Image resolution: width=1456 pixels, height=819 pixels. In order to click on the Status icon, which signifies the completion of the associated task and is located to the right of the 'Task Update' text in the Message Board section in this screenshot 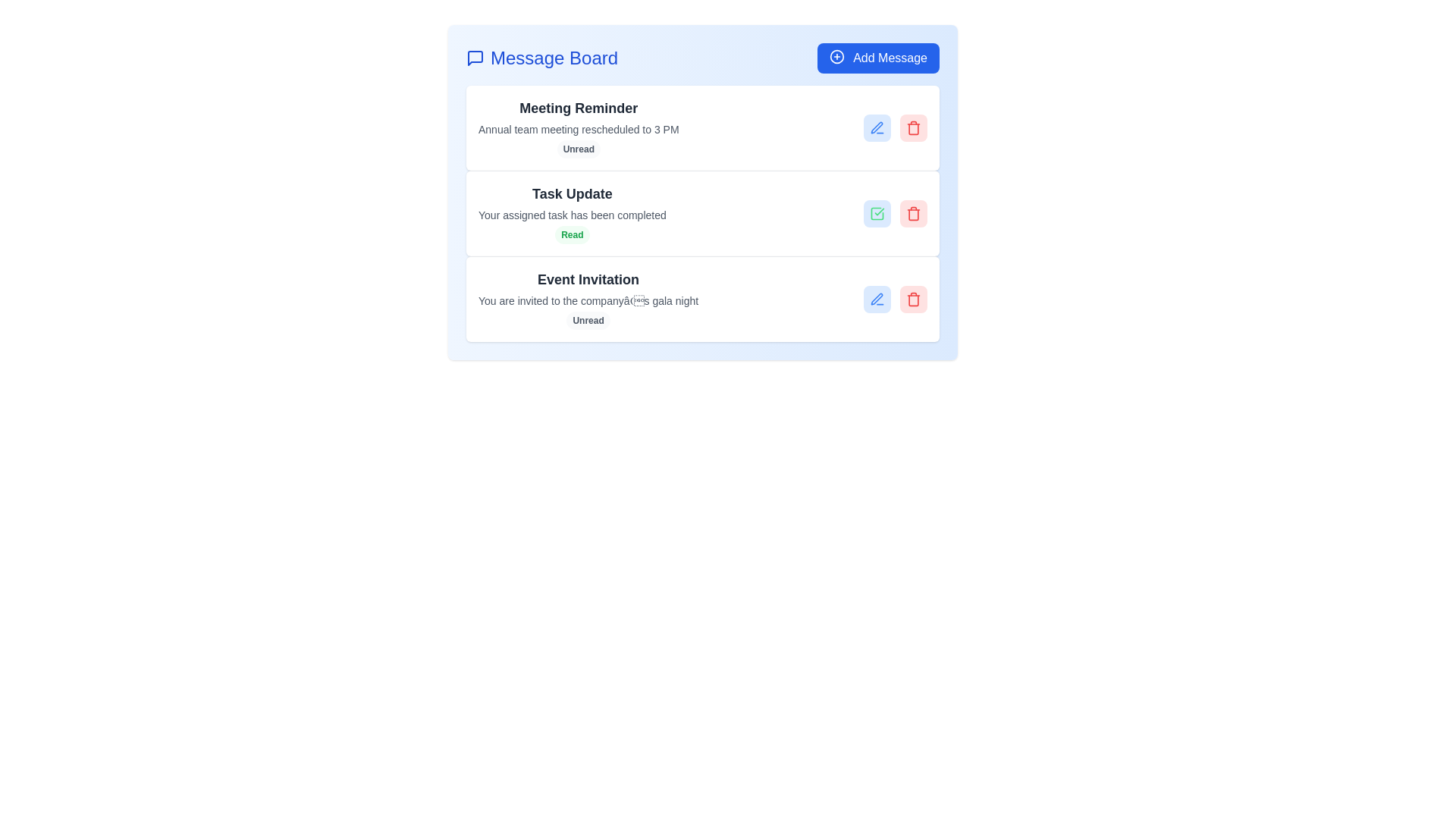, I will do `click(877, 213)`.